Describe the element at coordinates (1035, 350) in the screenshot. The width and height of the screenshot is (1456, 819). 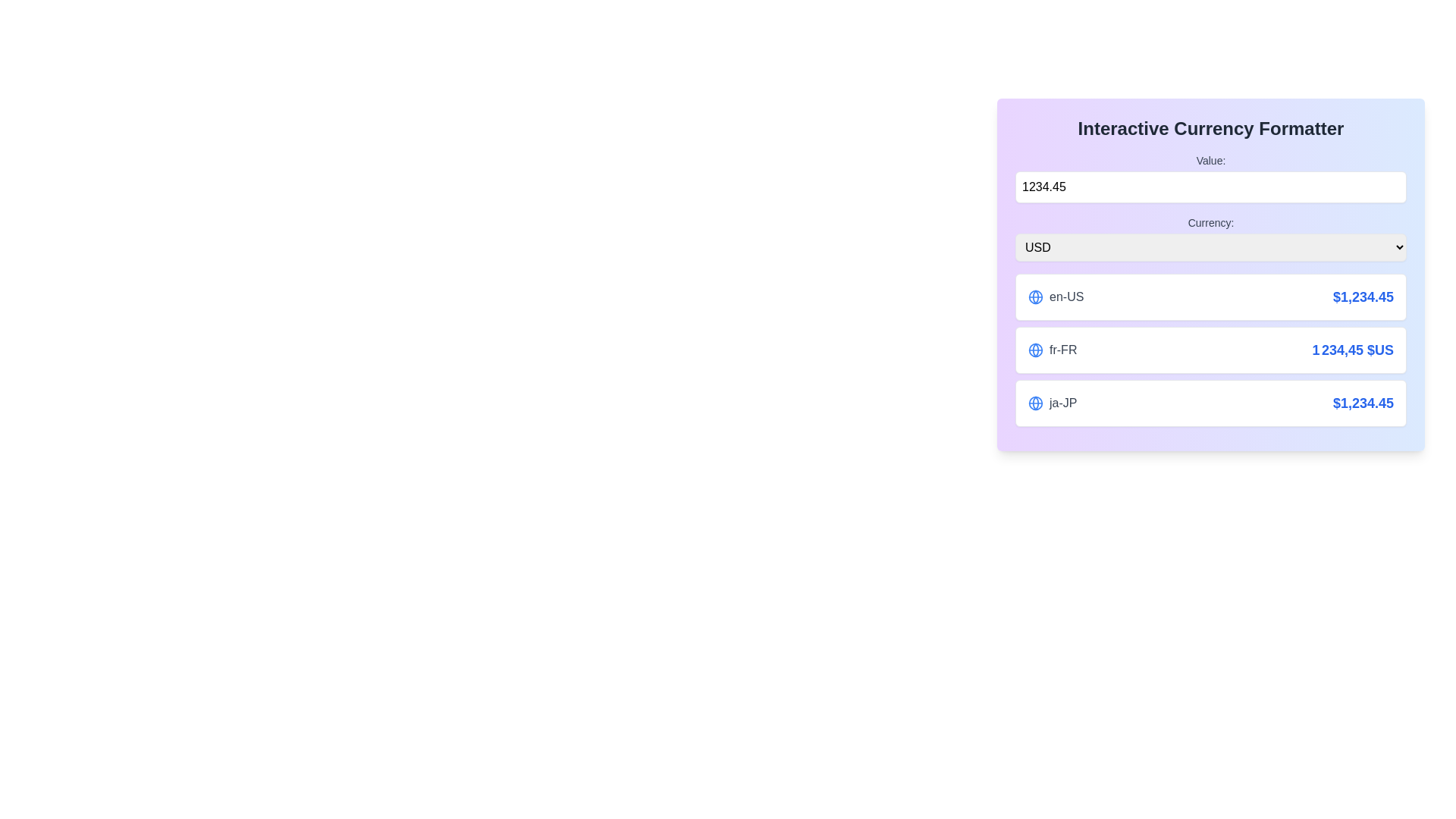
I see `the globe icon representing the currency's region for the 'fr-FR' locale, located on the second row to the left of the 'fr-FR' text` at that location.